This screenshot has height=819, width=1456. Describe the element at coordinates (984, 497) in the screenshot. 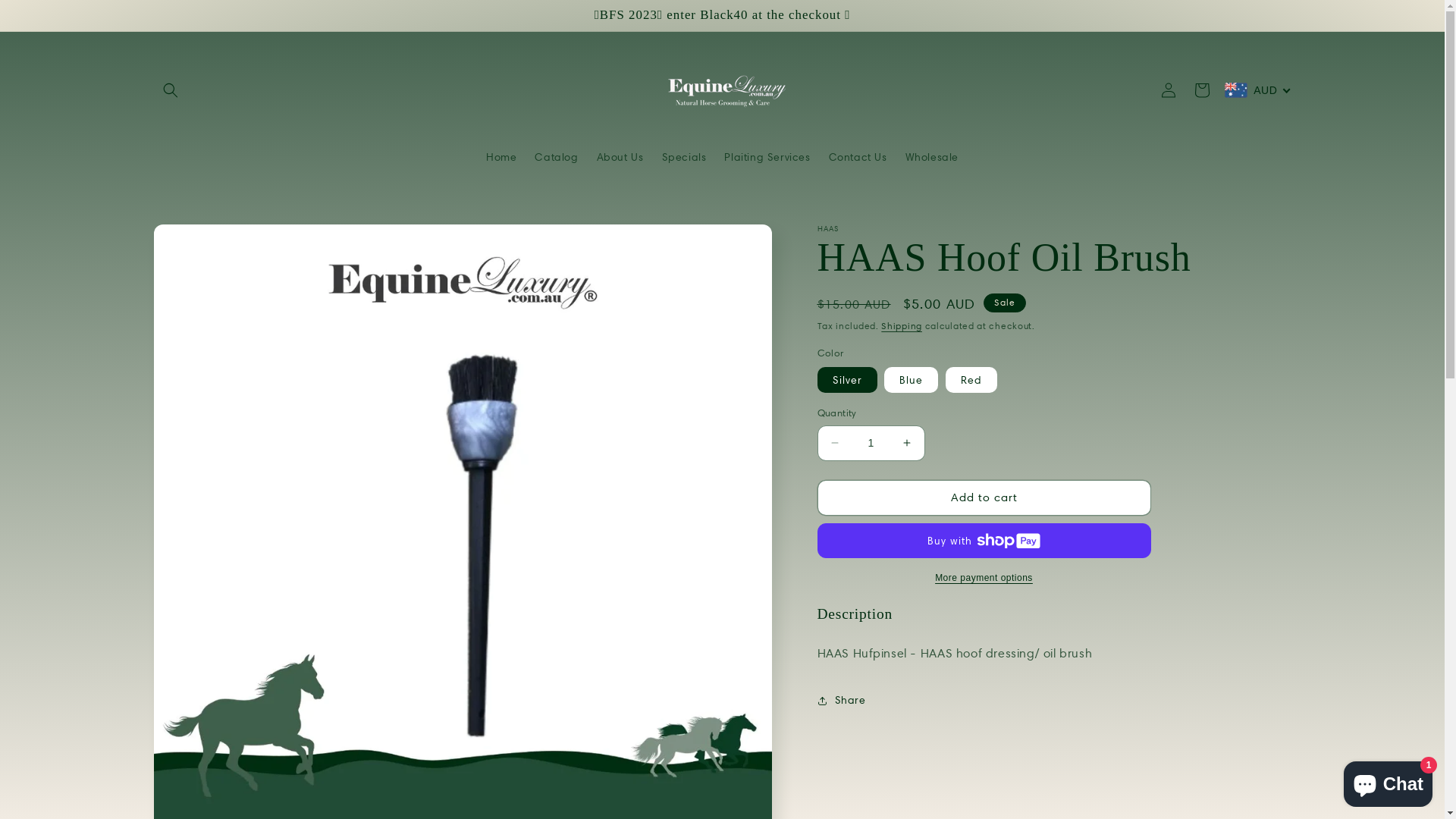

I see `'Add to cart'` at that location.